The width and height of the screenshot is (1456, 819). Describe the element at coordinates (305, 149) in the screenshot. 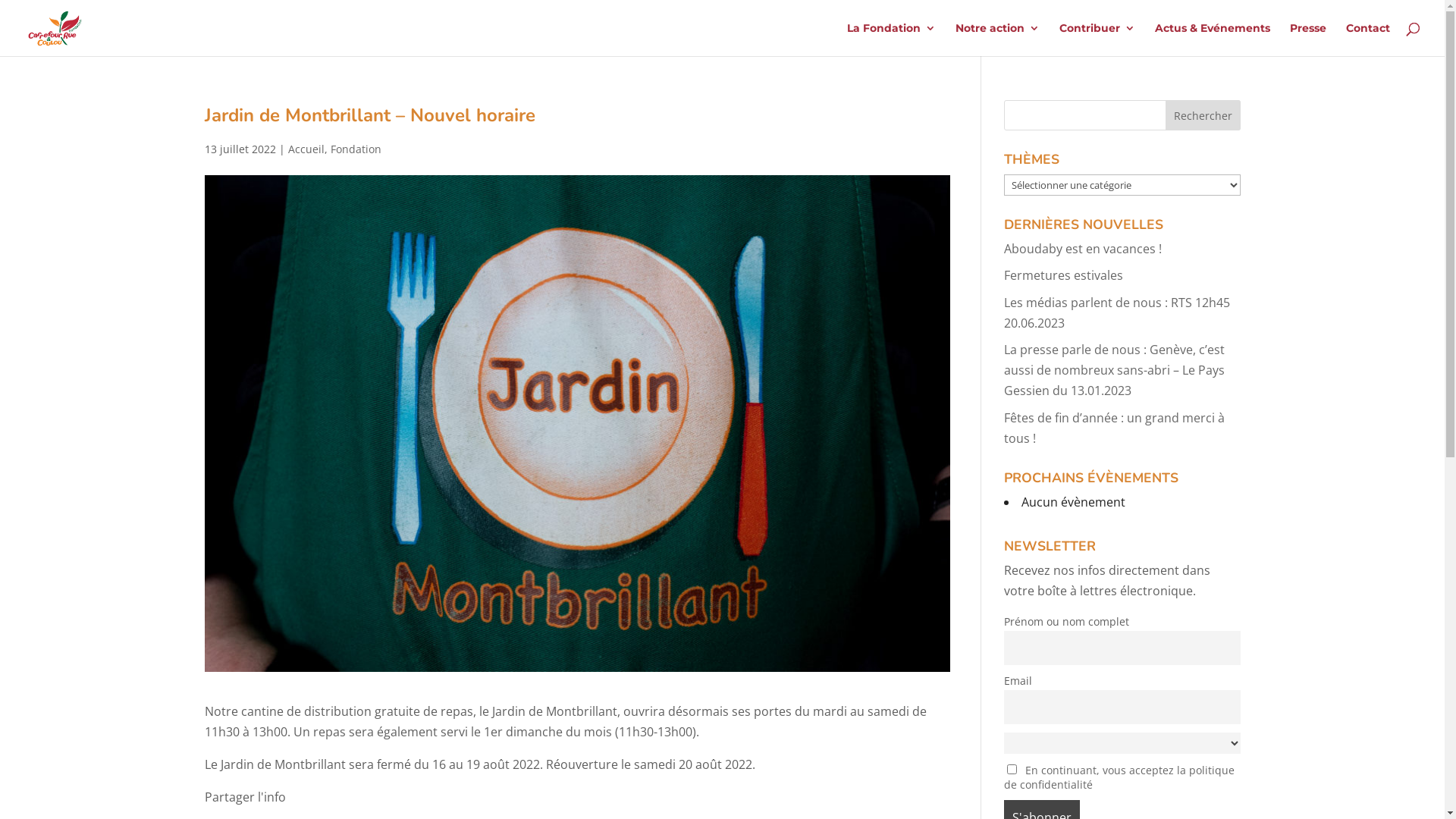

I see `'Accueil'` at that location.